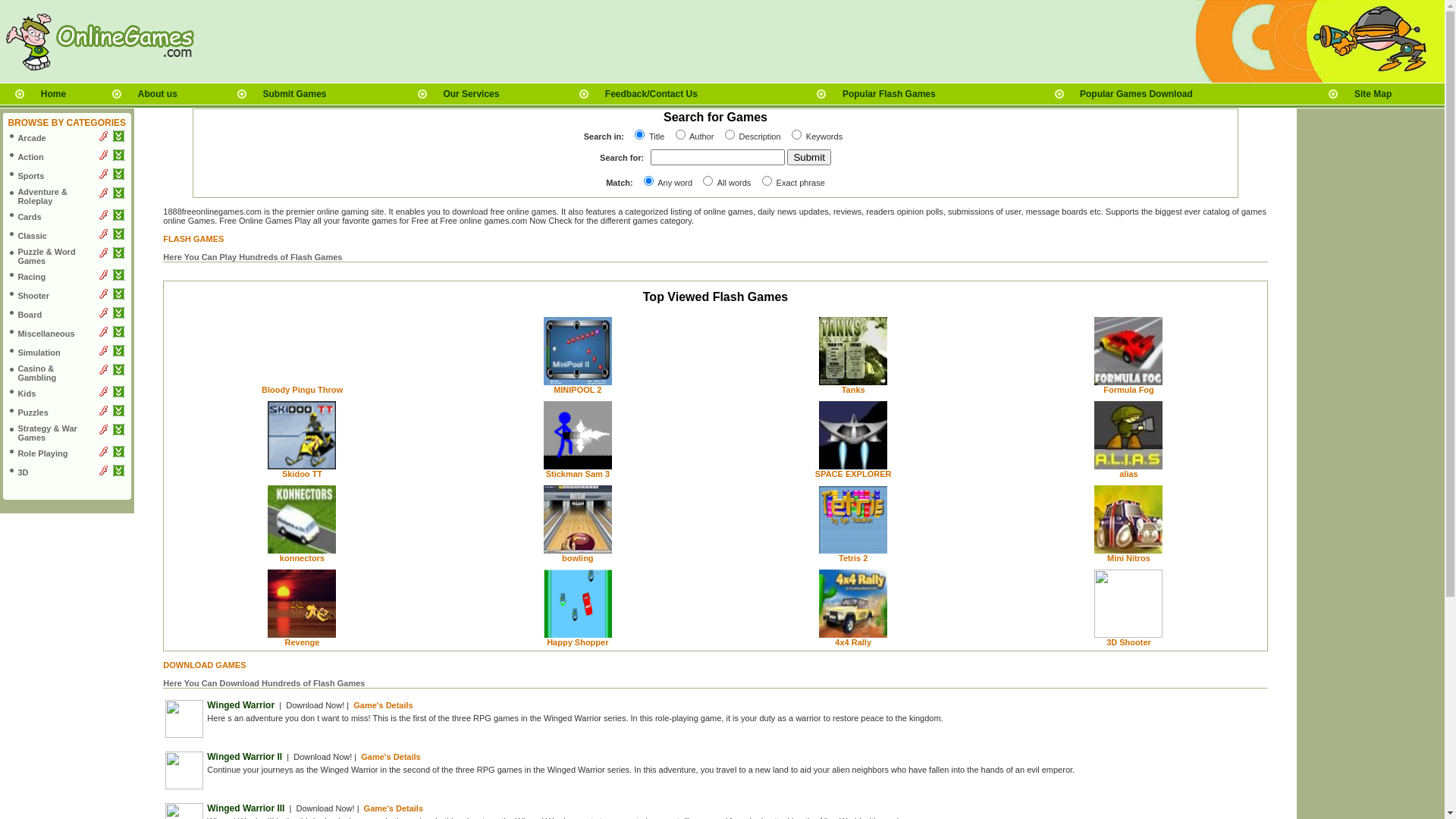 The height and width of the screenshot is (819, 1456). I want to click on 'Play Role Playing Flash Games', so click(102, 453).